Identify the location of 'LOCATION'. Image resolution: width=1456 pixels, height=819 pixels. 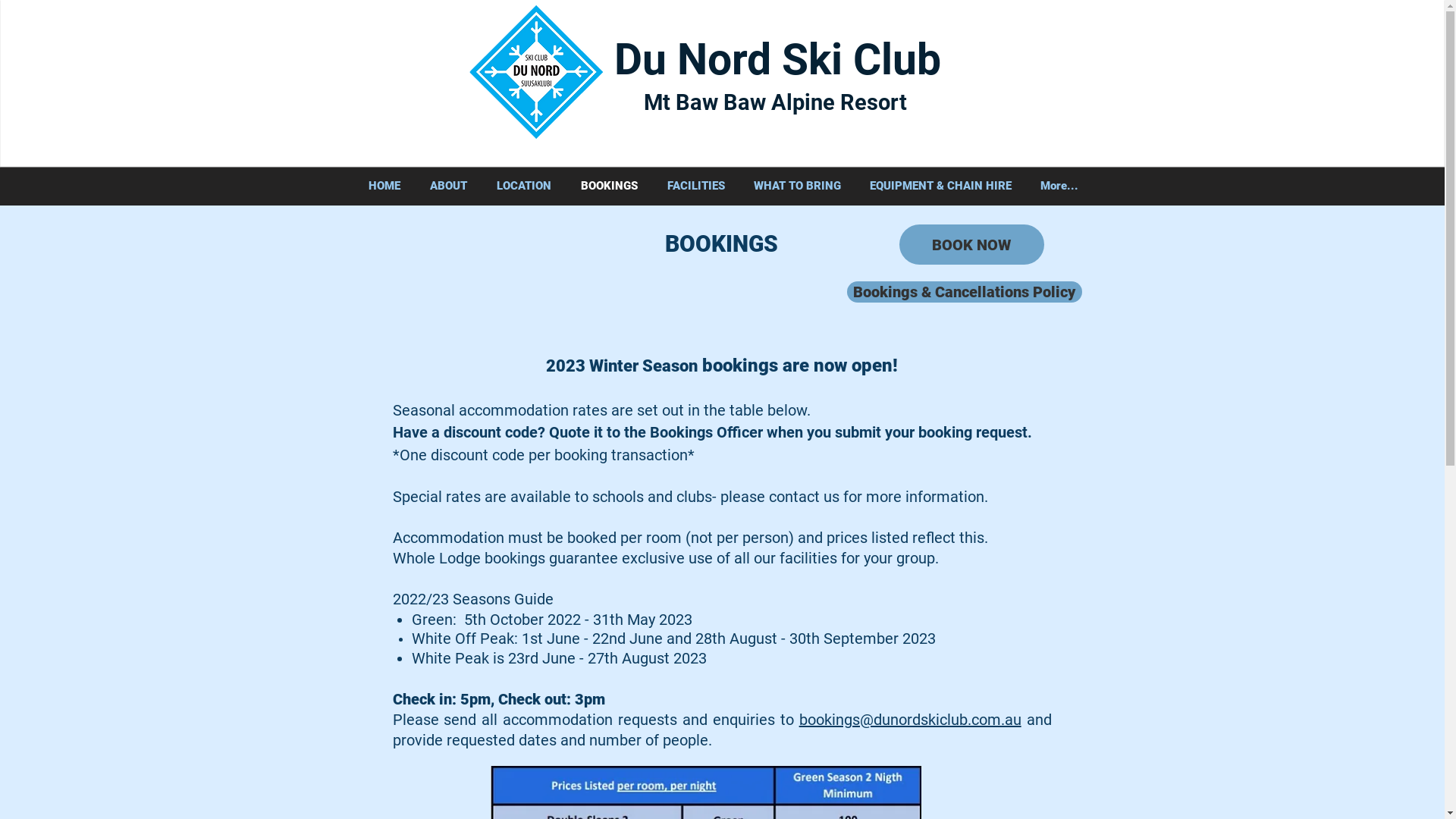
(481, 185).